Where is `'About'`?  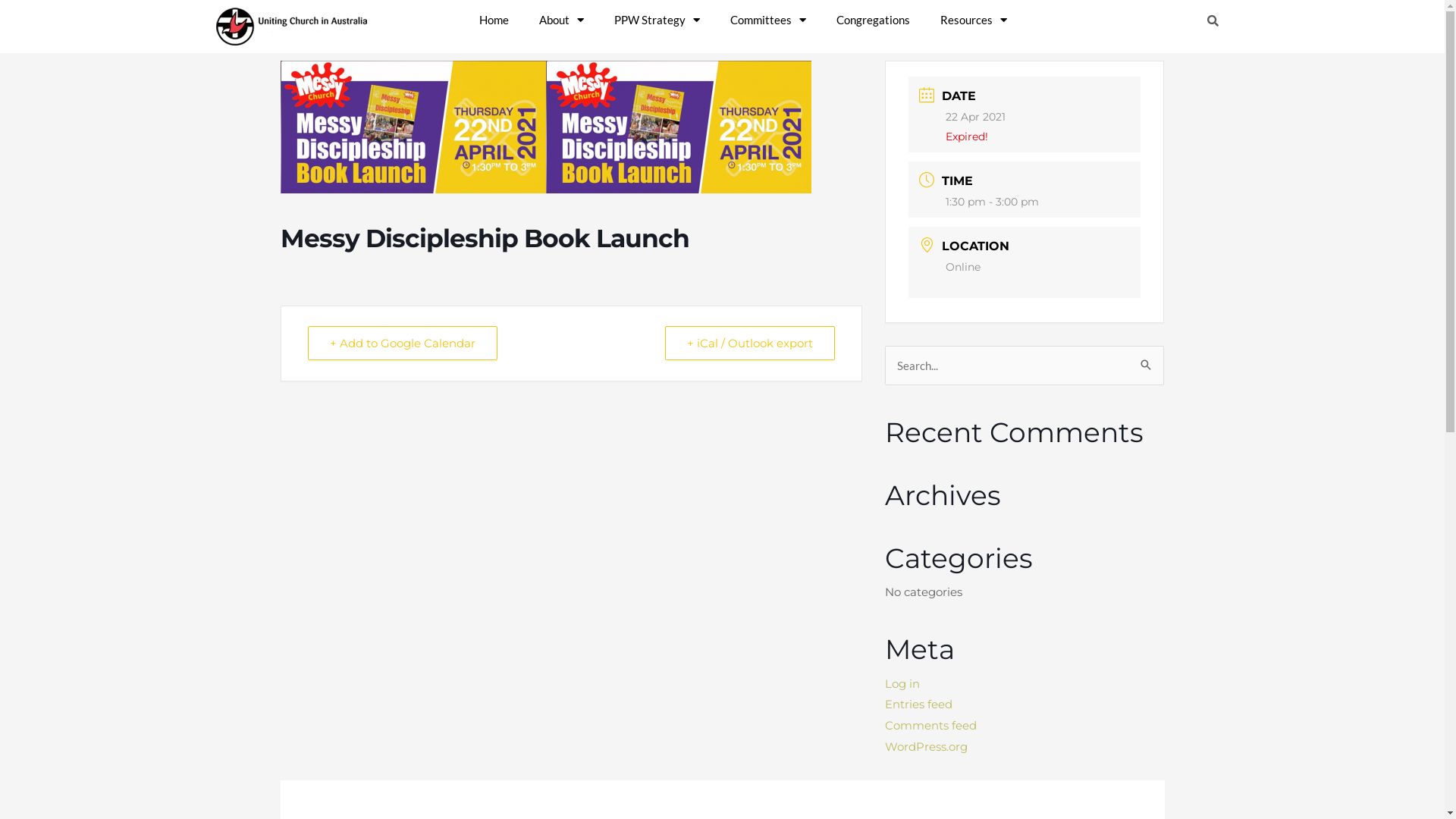 'About' is located at coordinates (523, 20).